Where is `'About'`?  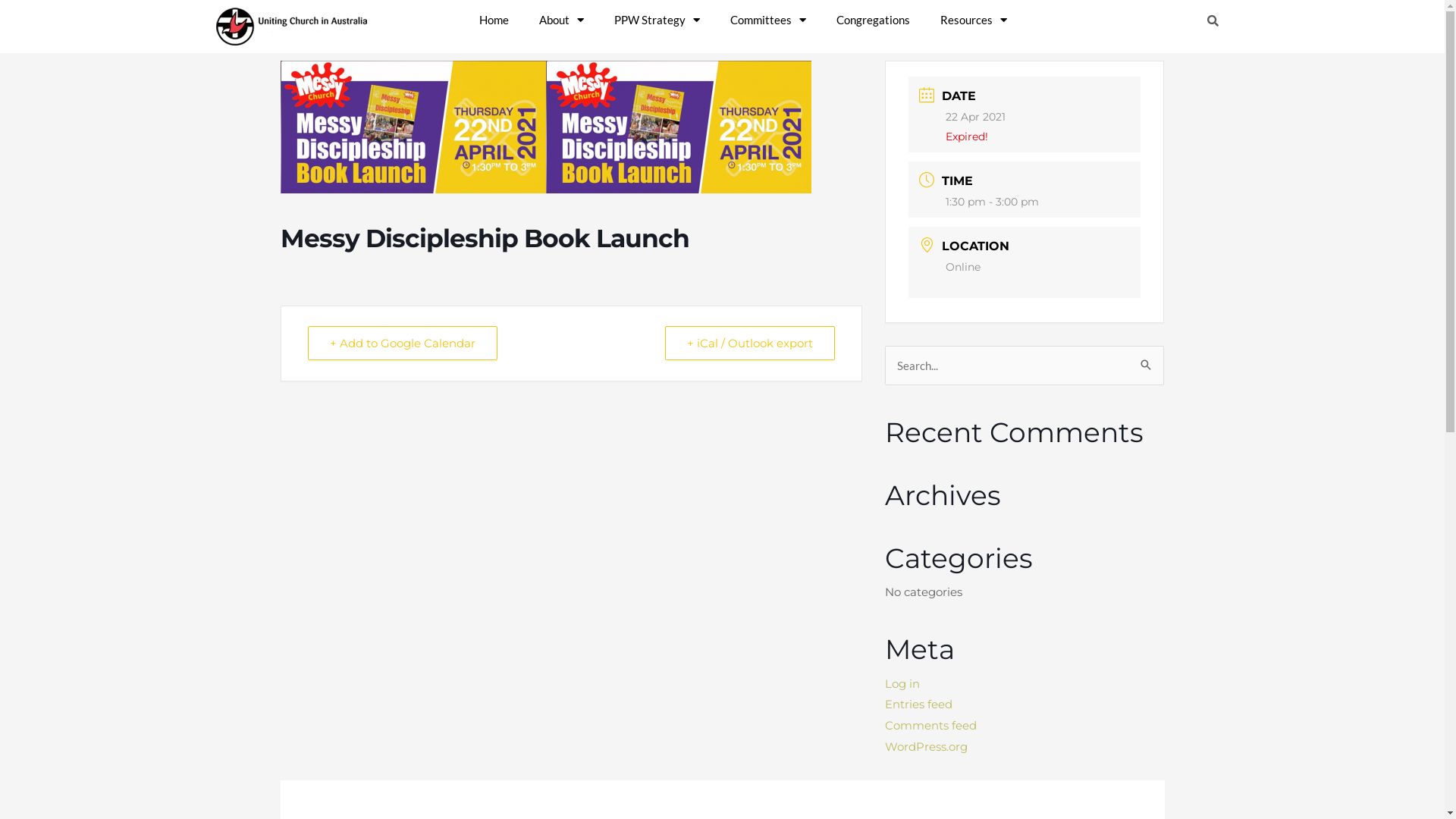 'About' is located at coordinates (523, 20).